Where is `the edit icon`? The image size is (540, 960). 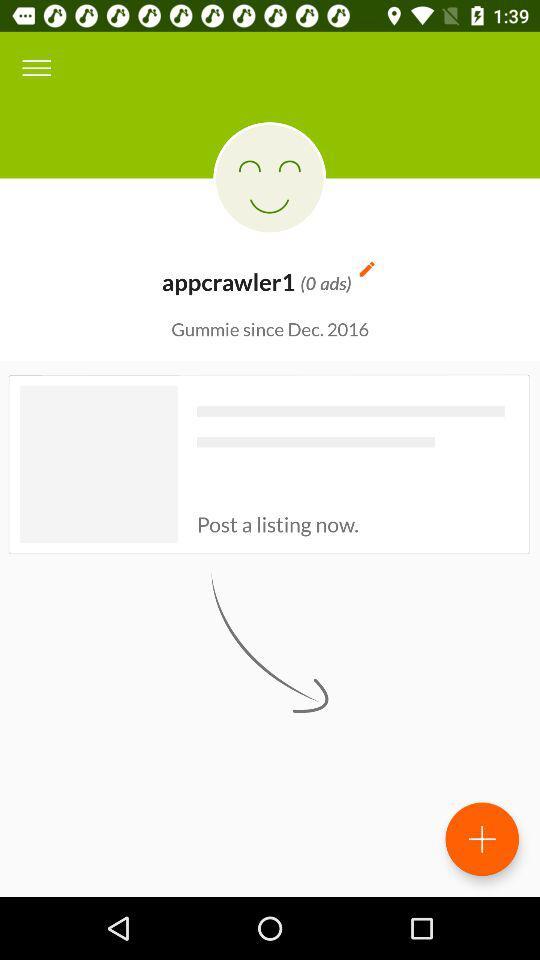 the edit icon is located at coordinates (366, 268).